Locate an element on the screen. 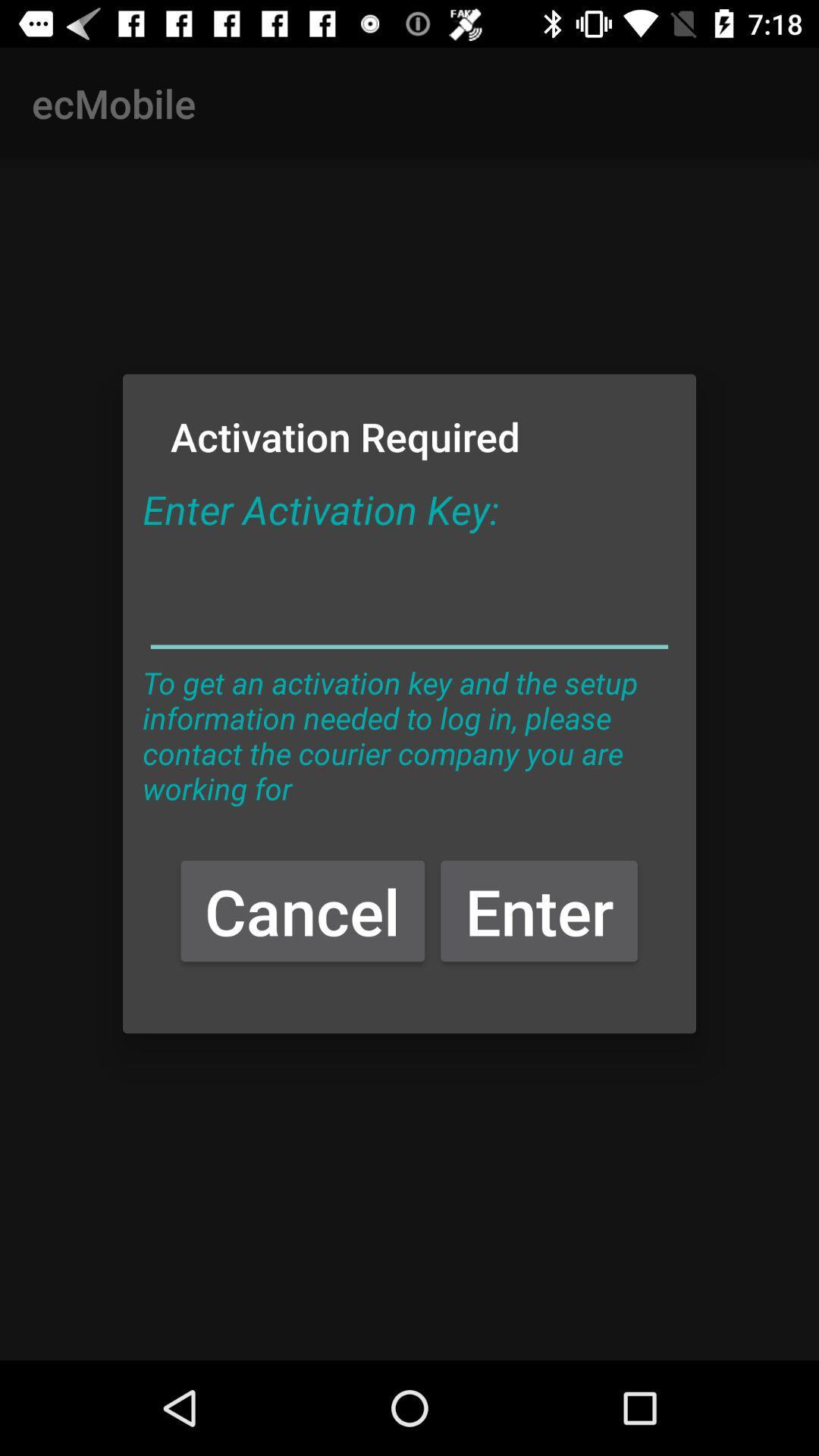 The width and height of the screenshot is (819, 1456). button to the left of enter icon is located at coordinates (303, 910).